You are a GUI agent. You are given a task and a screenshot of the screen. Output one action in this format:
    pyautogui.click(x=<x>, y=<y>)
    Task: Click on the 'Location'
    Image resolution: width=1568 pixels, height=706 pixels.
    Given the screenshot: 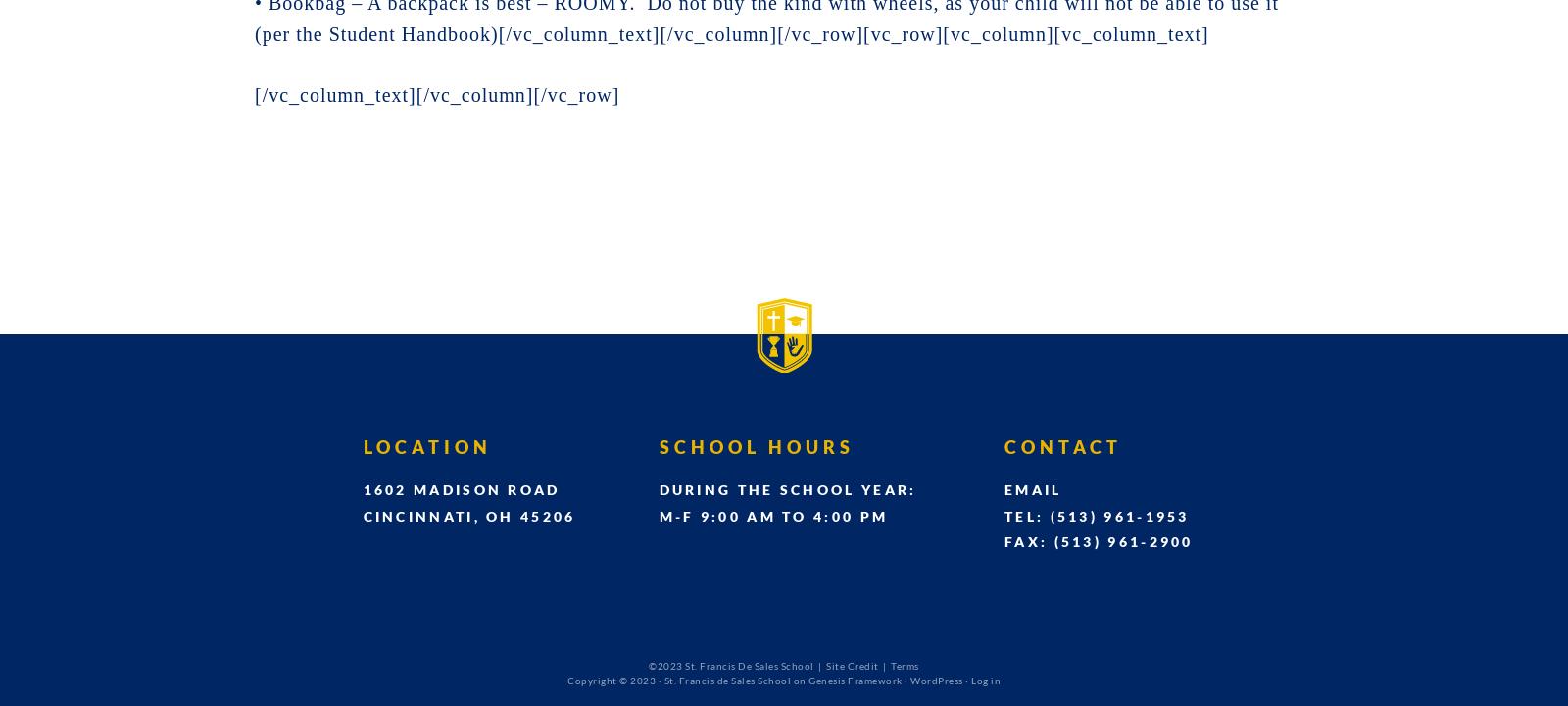 What is the action you would take?
    pyautogui.click(x=425, y=445)
    